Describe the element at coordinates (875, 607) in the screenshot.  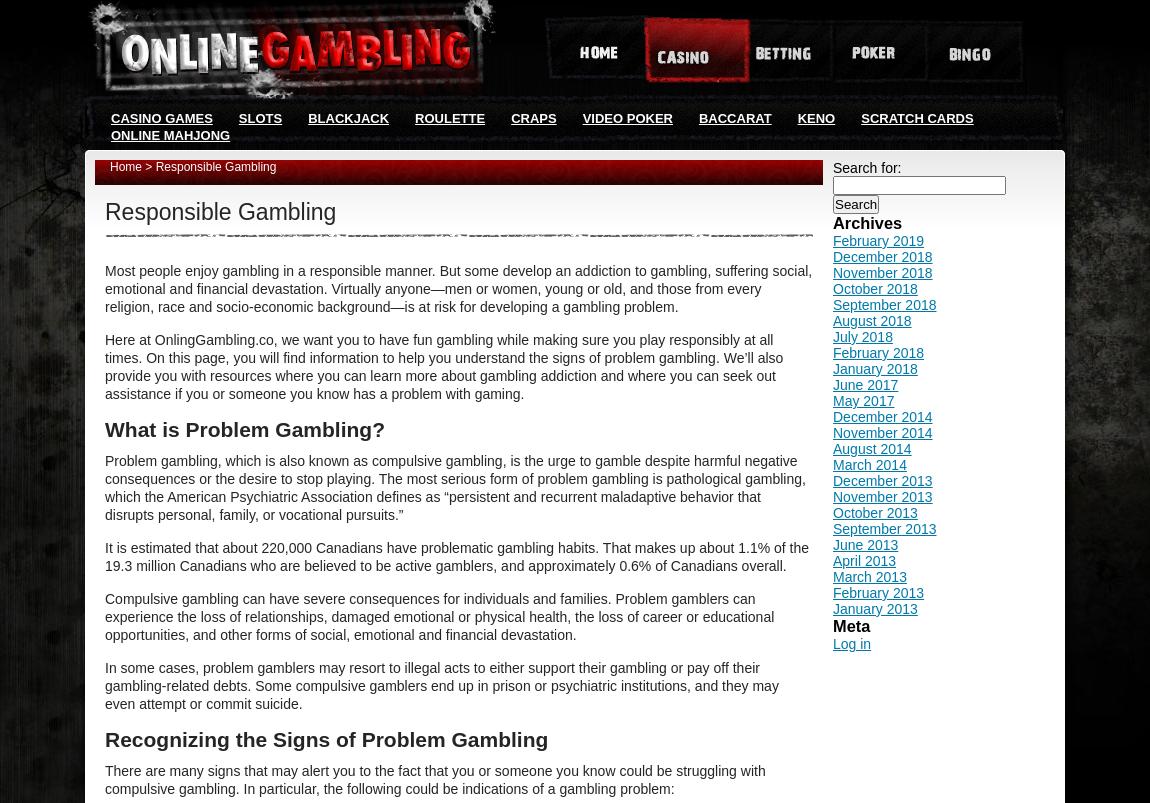
I see `'January 2013'` at that location.